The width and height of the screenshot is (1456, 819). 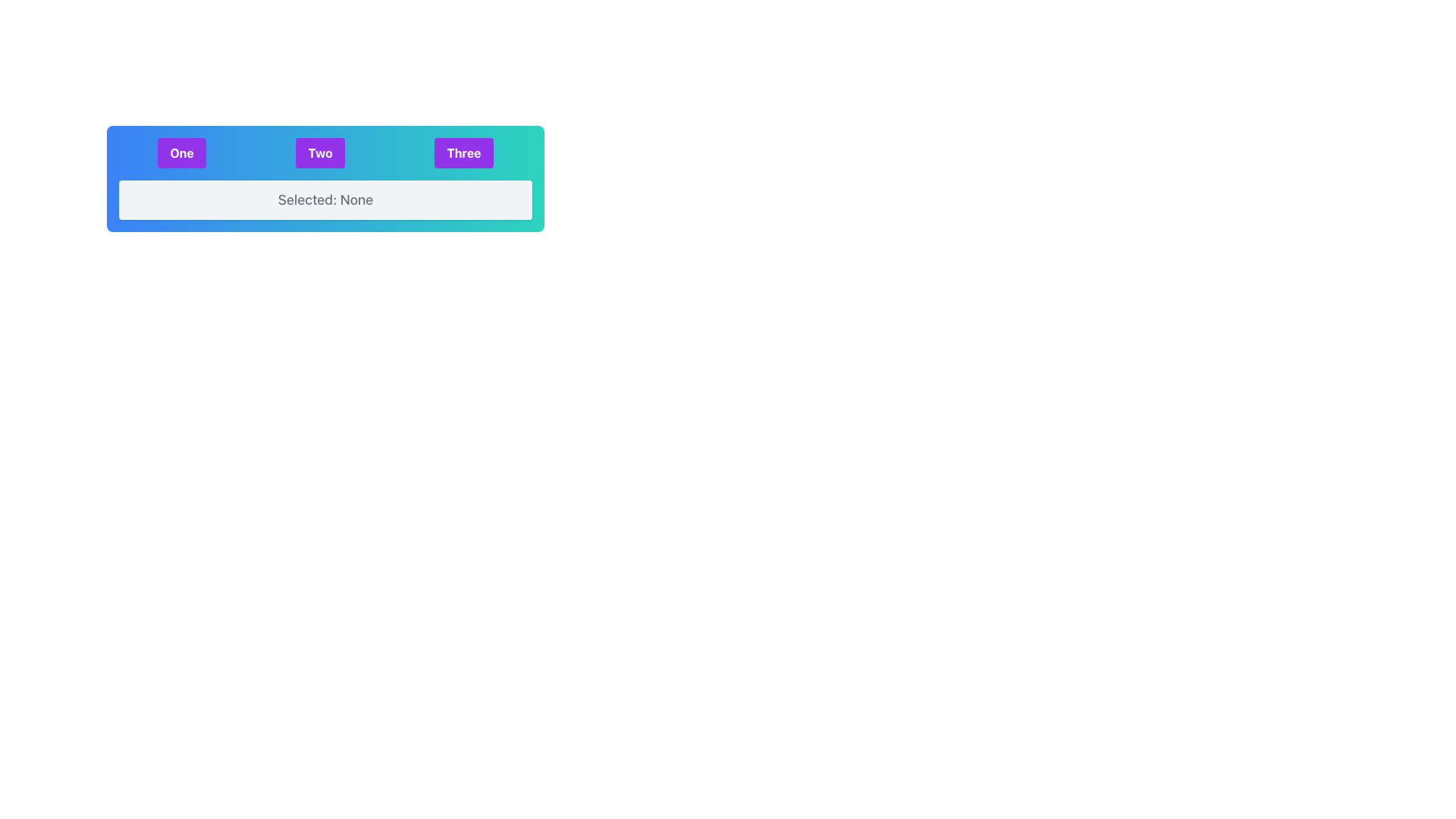 I want to click on the button labeled 'One', so click(x=182, y=152).